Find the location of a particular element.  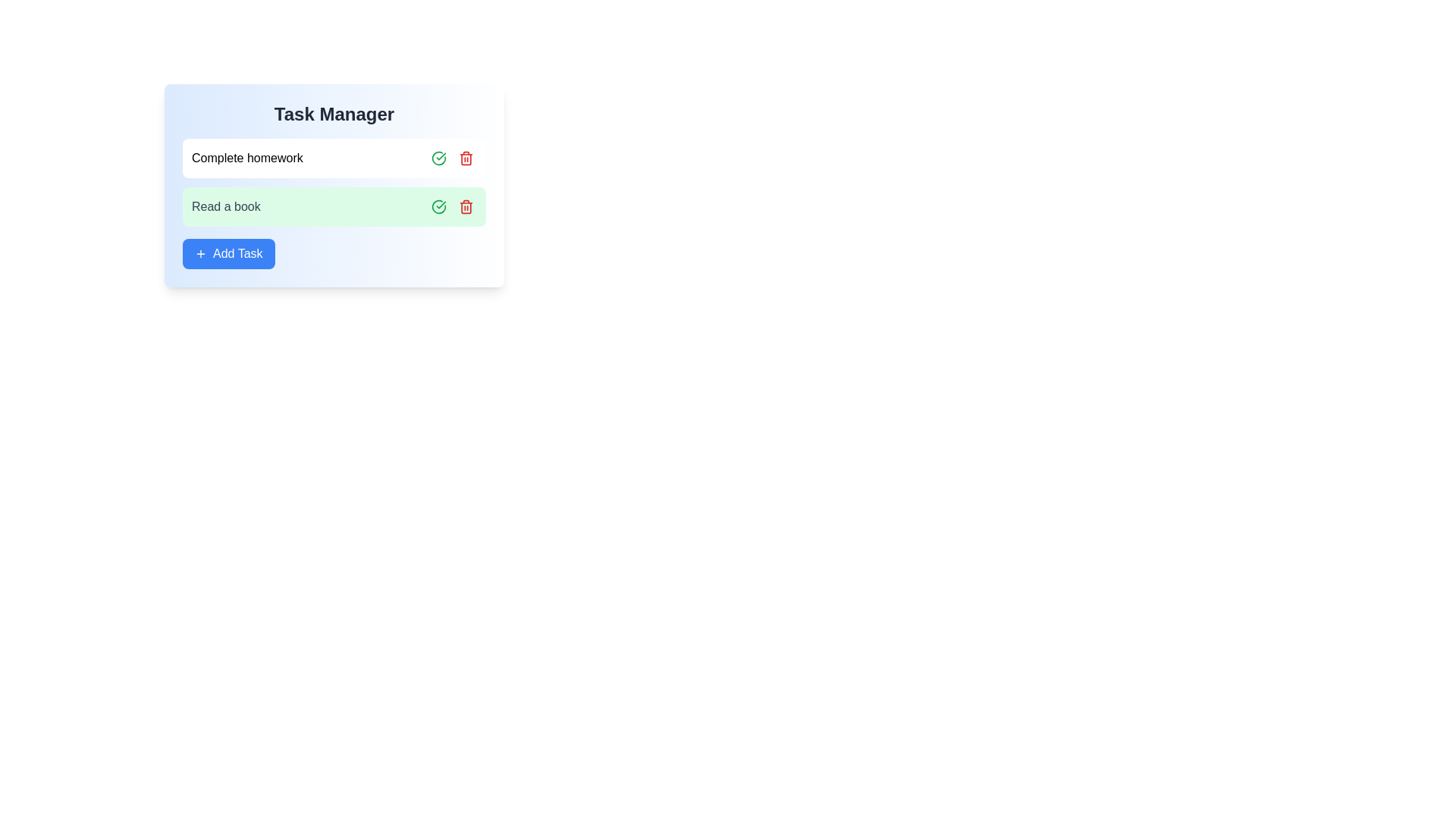

the green checkmark icon corresponding to the task titled 'Read a book' to toggle its completion status is located at coordinates (438, 207).